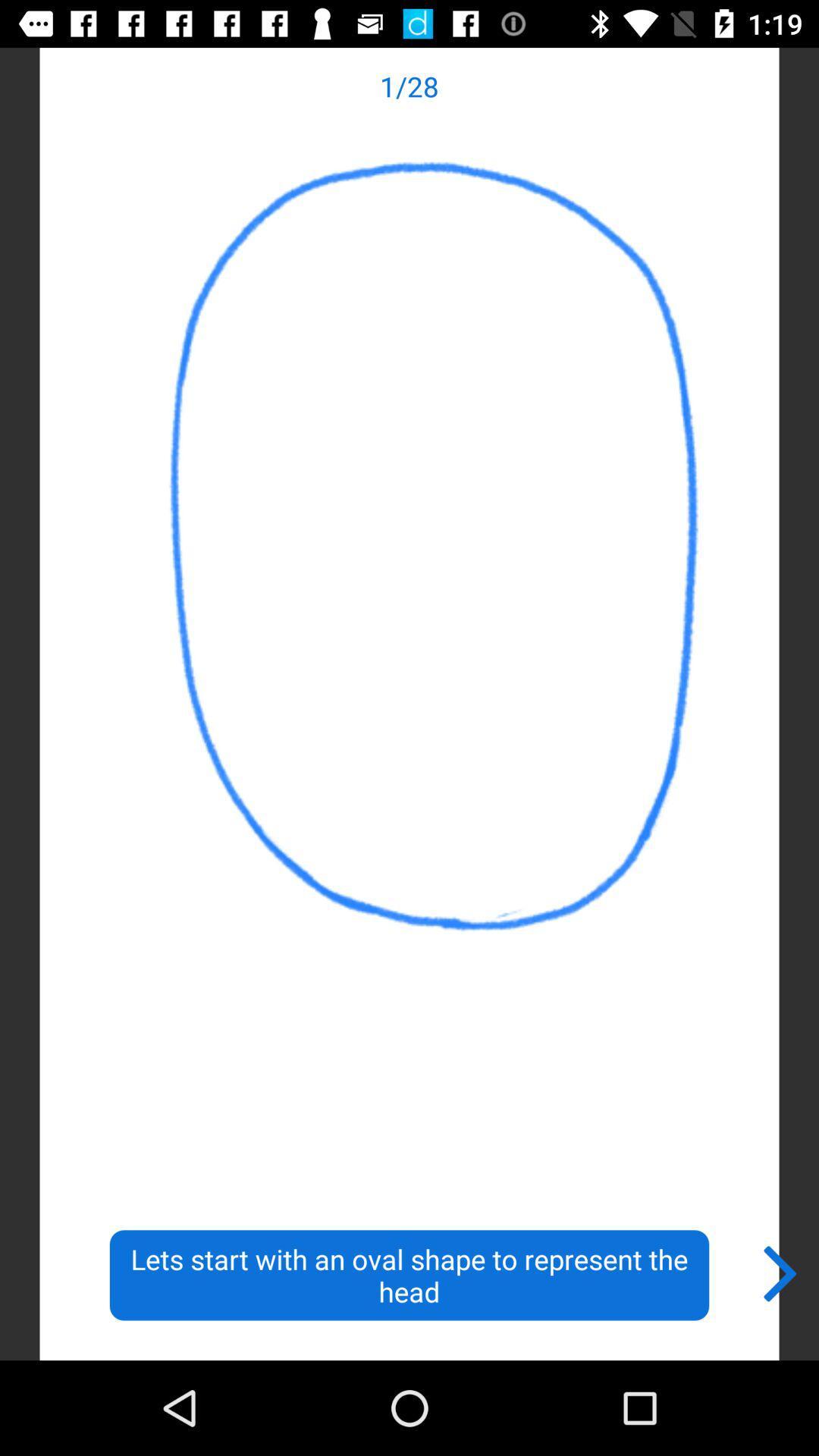  What do you see at coordinates (781, 1270) in the screenshot?
I see `the item at the bottom right corner` at bounding box center [781, 1270].